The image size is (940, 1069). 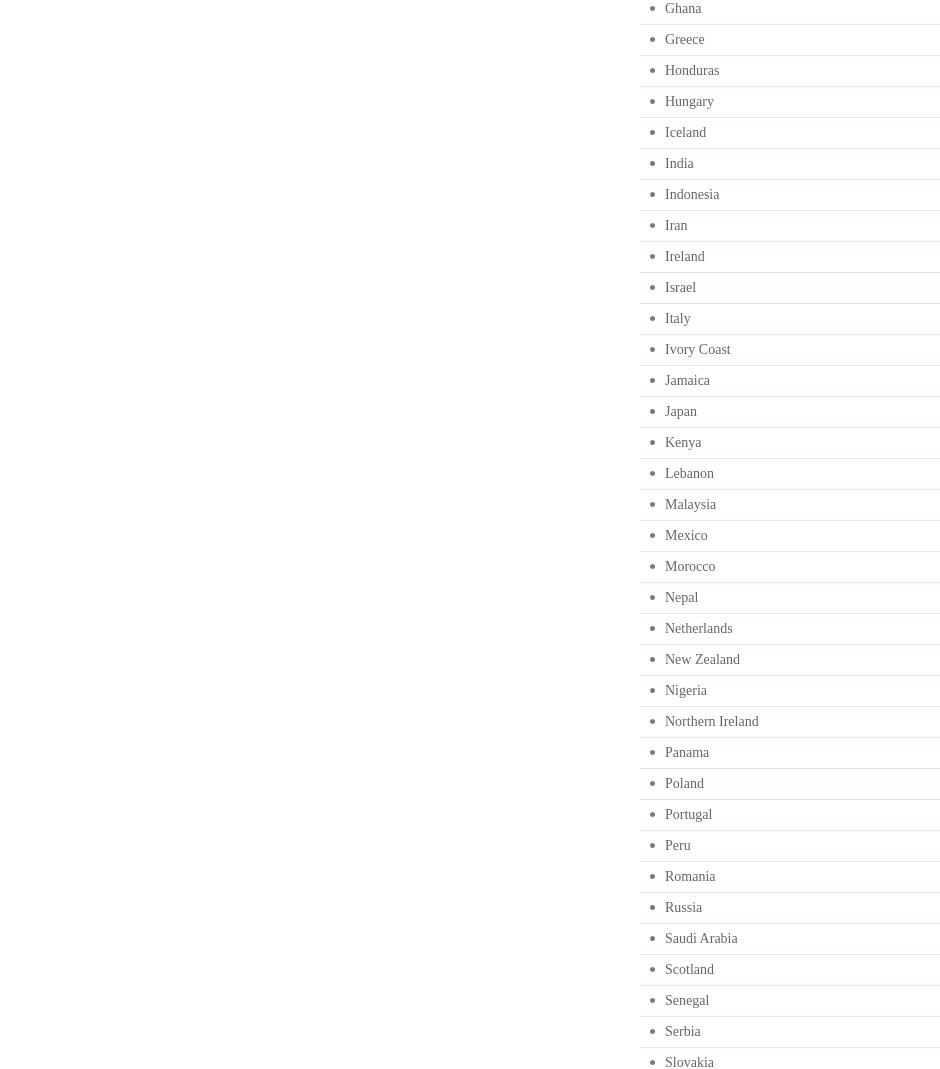 I want to click on 'Nepal', so click(x=664, y=597).